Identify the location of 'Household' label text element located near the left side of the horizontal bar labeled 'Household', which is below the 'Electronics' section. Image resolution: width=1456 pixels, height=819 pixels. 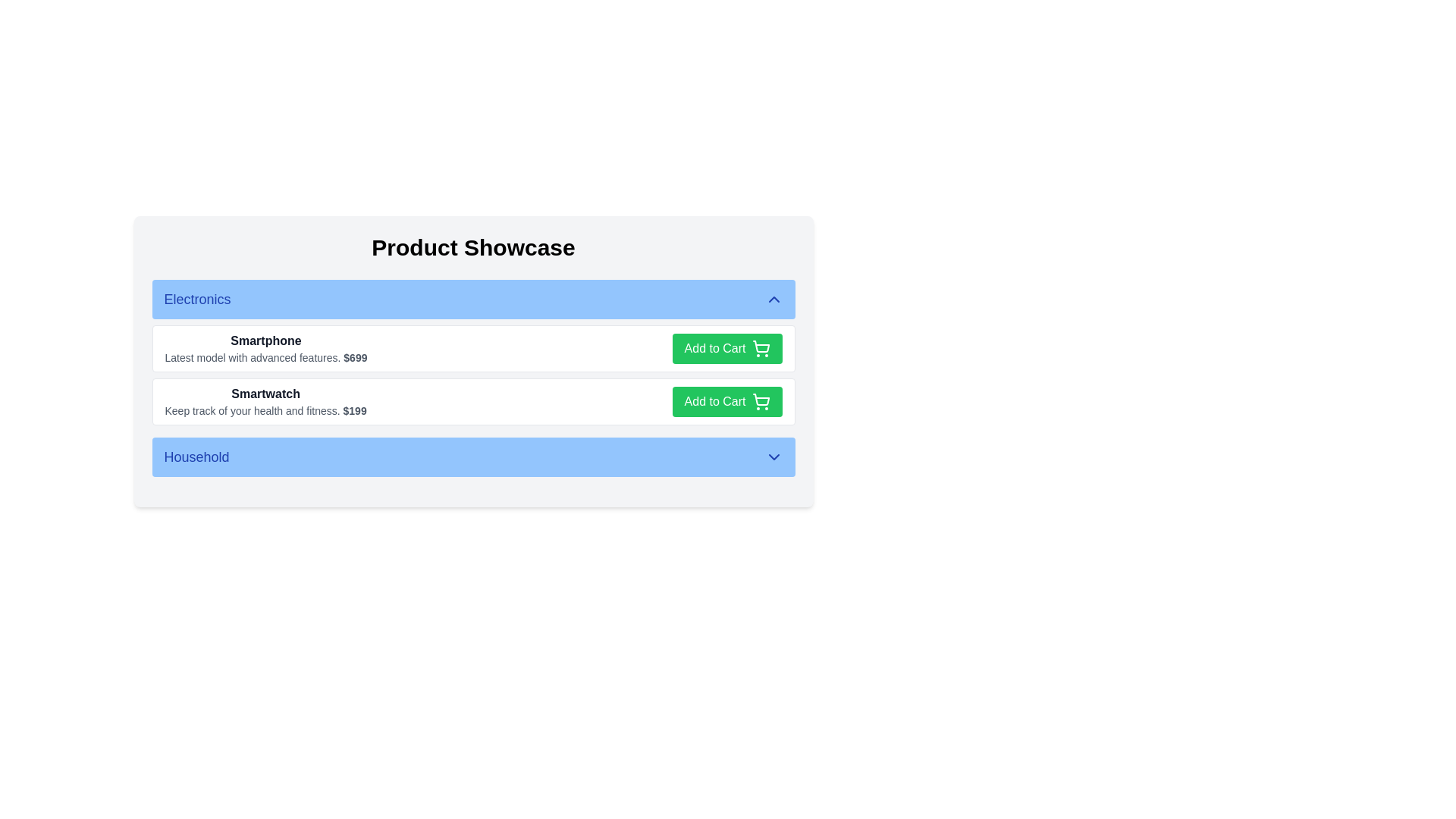
(196, 456).